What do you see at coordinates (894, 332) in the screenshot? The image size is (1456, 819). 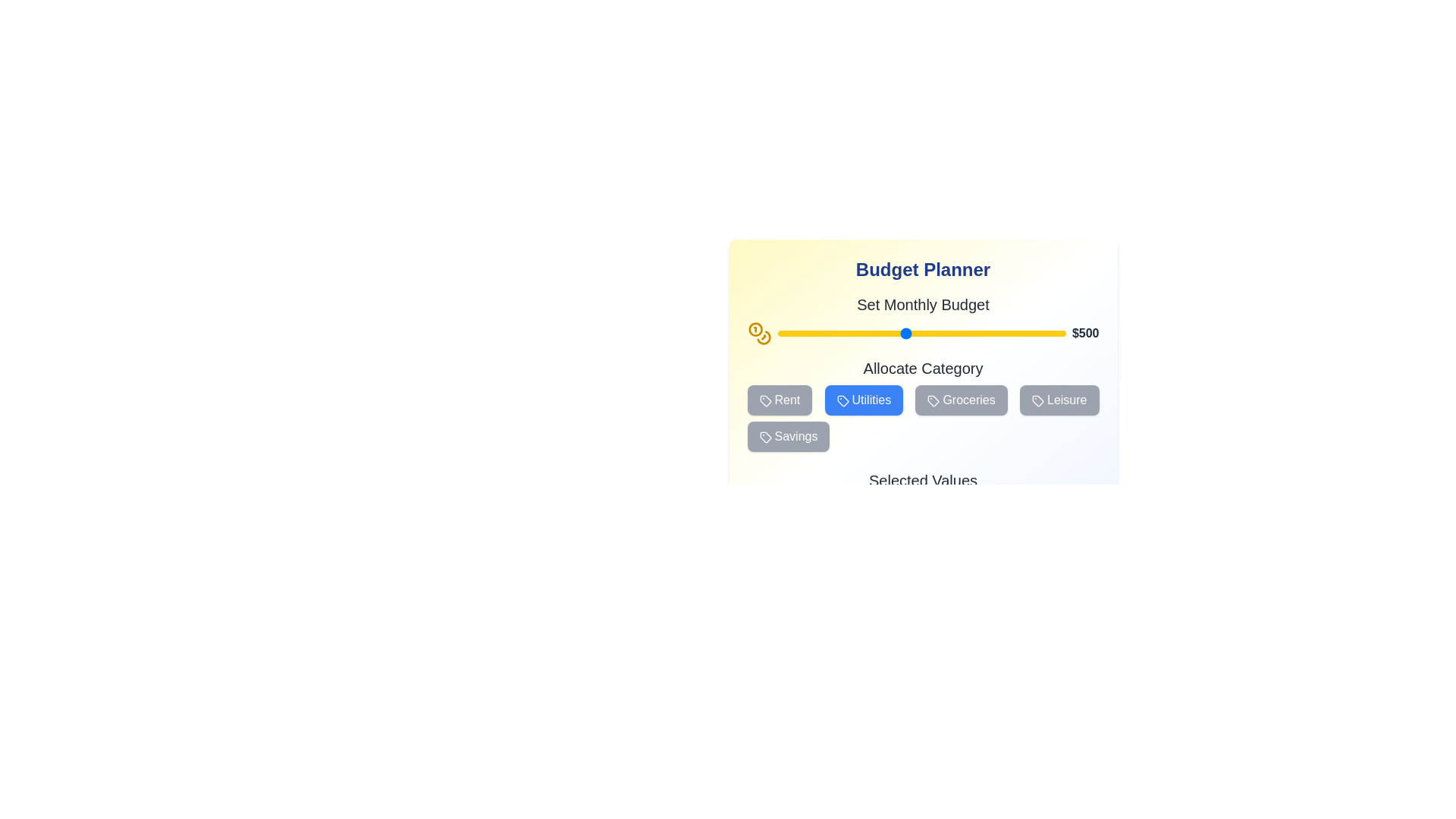 I see `the slider` at bounding box center [894, 332].